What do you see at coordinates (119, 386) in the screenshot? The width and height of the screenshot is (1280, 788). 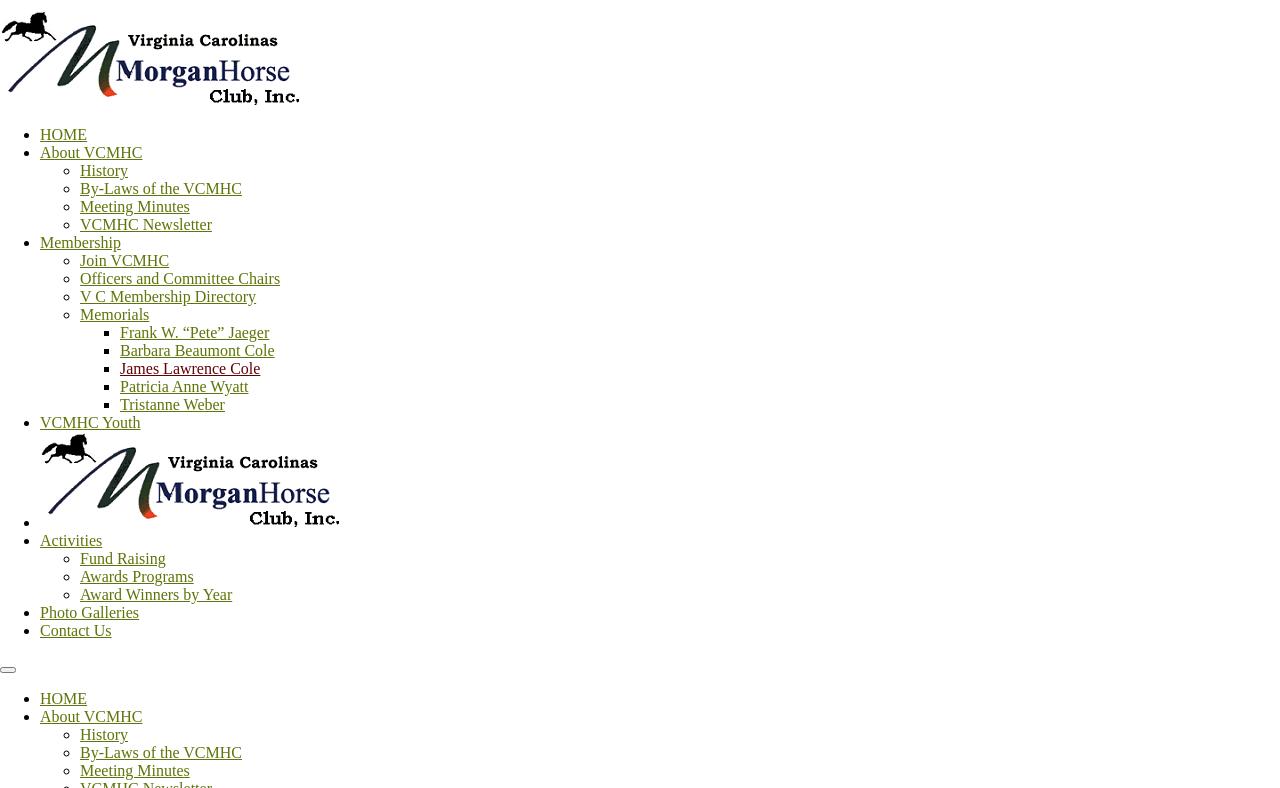 I see `'Patricia Anne Wyatt'` at bounding box center [119, 386].